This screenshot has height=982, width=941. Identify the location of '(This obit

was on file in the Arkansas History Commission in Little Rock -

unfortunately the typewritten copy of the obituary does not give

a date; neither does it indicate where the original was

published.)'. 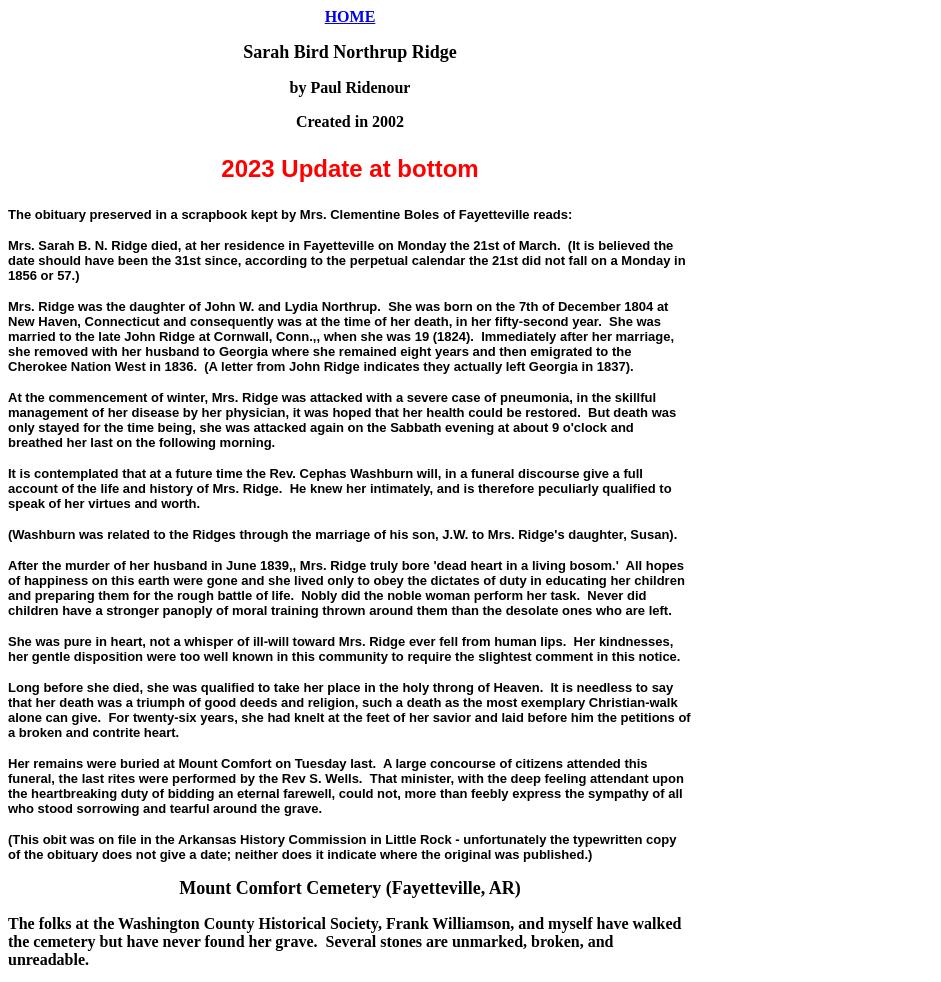
(7, 846).